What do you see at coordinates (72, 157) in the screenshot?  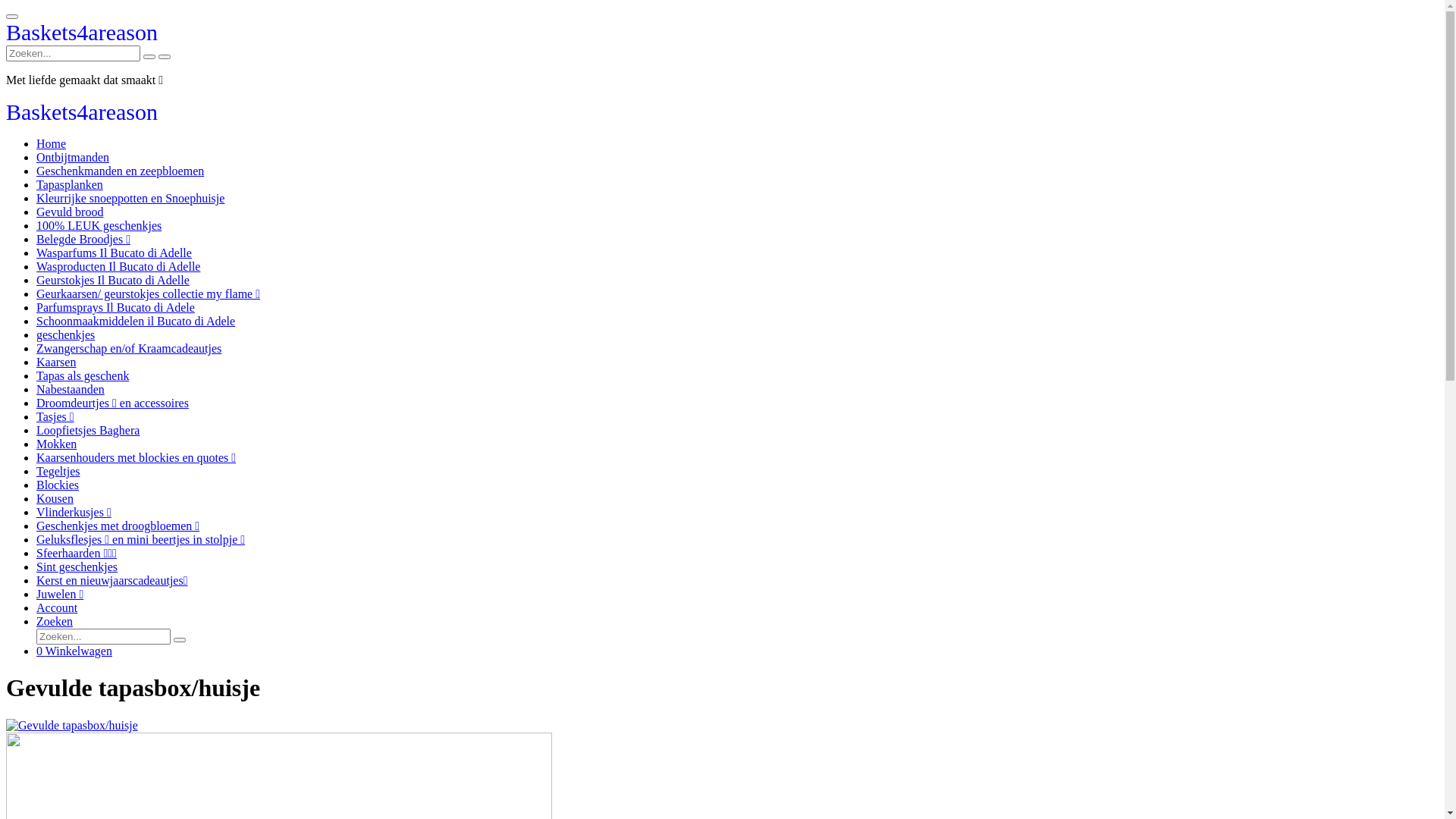 I see `'Ontbijtmanden'` at bounding box center [72, 157].